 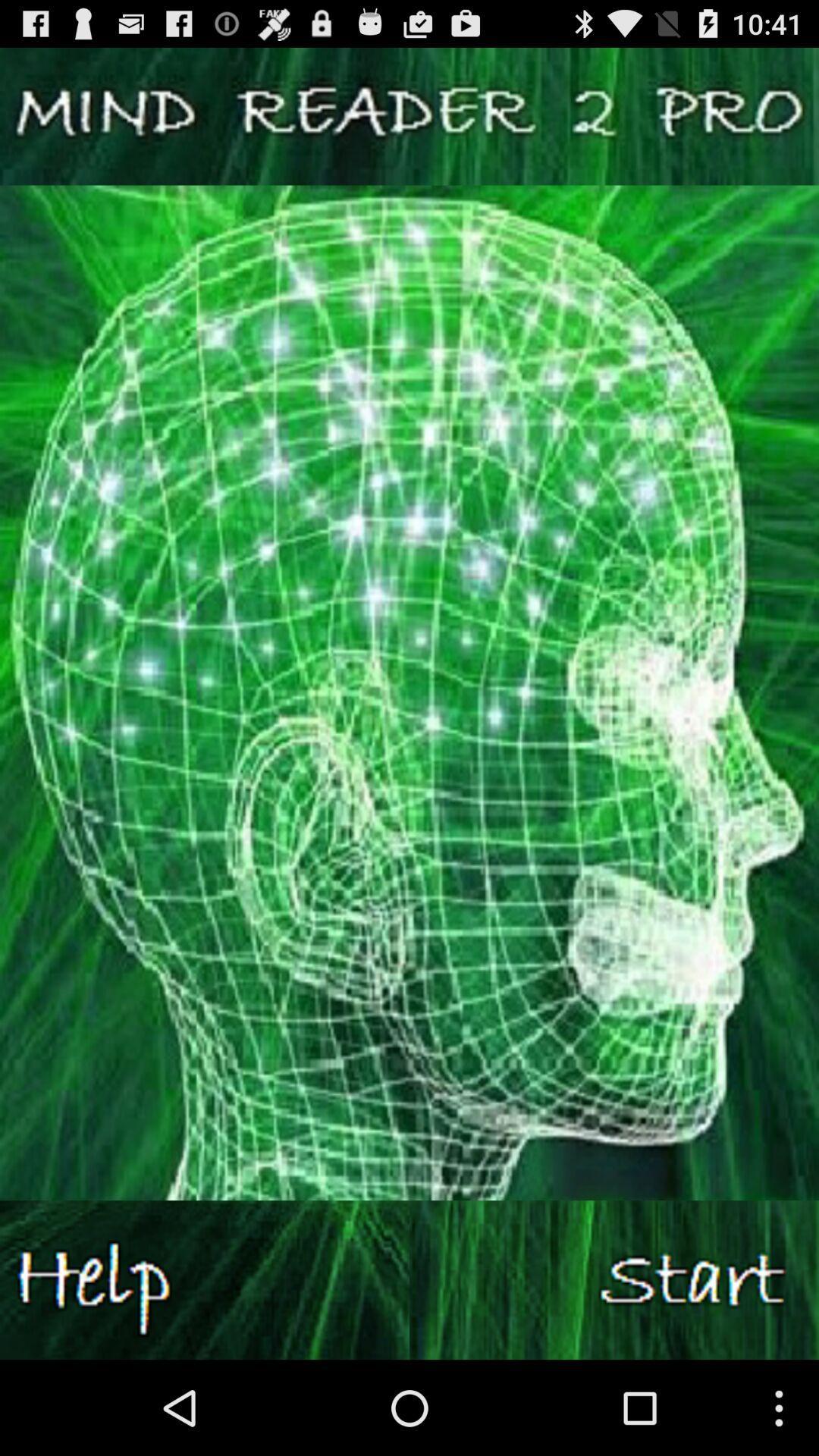 What do you see at coordinates (205, 1279) in the screenshot?
I see `help with the app 's functionality` at bounding box center [205, 1279].